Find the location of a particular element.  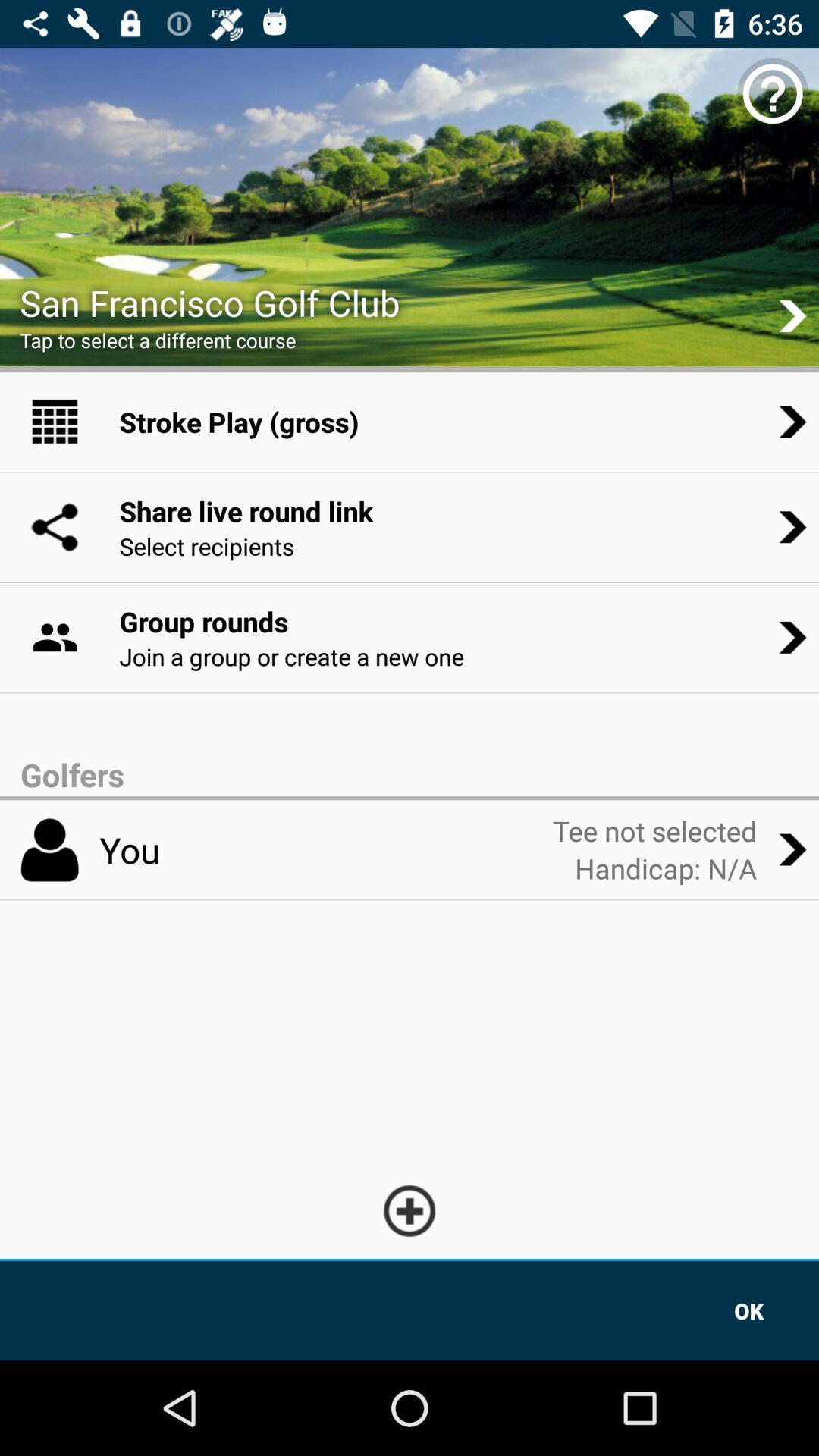

the help icon is located at coordinates (773, 93).